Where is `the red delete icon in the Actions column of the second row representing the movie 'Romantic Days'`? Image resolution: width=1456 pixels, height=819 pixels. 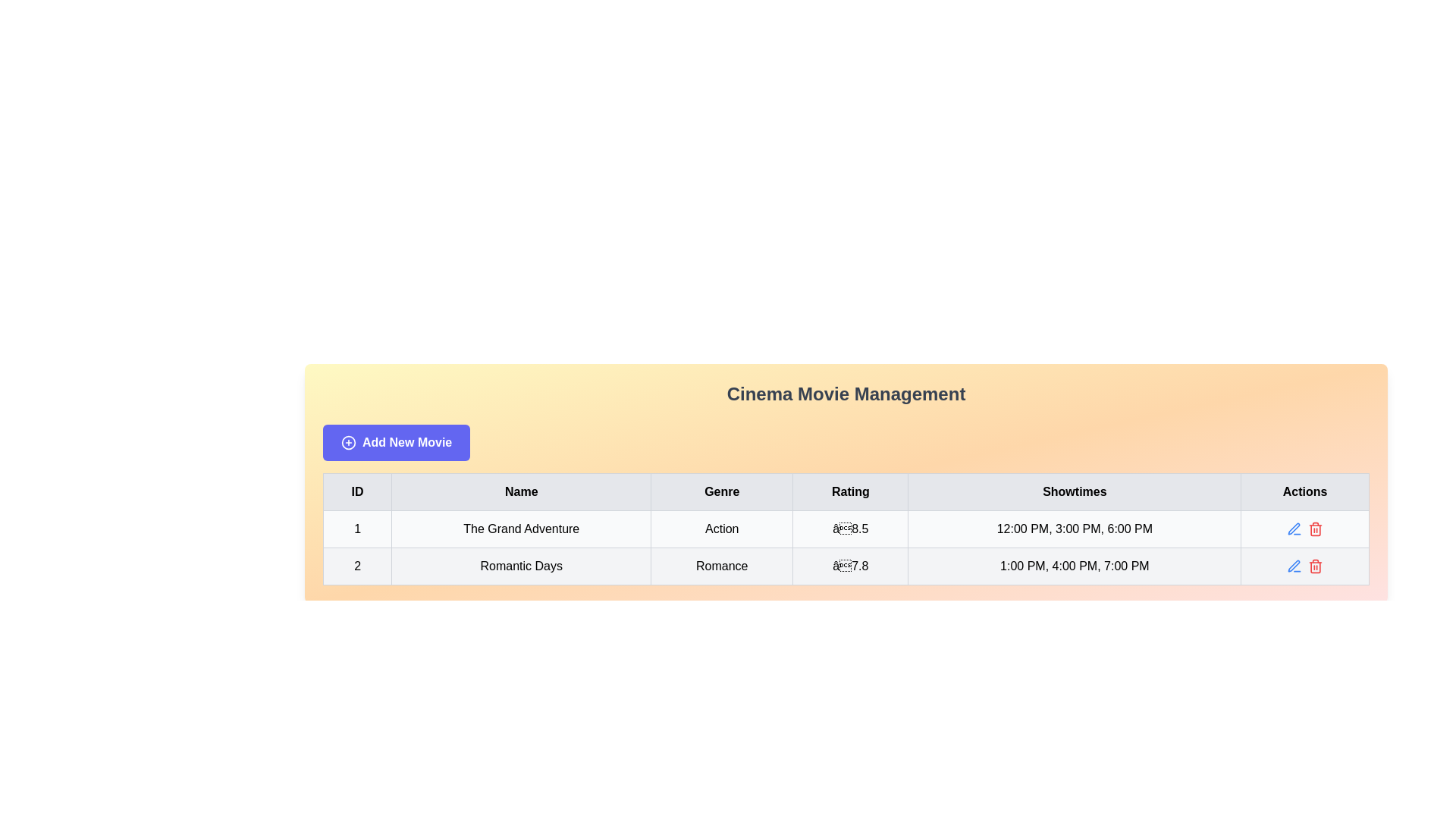 the red delete icon in the Actions column of the second row representing the movie 'Romantic Days' is located at coordinates (1304, 529).